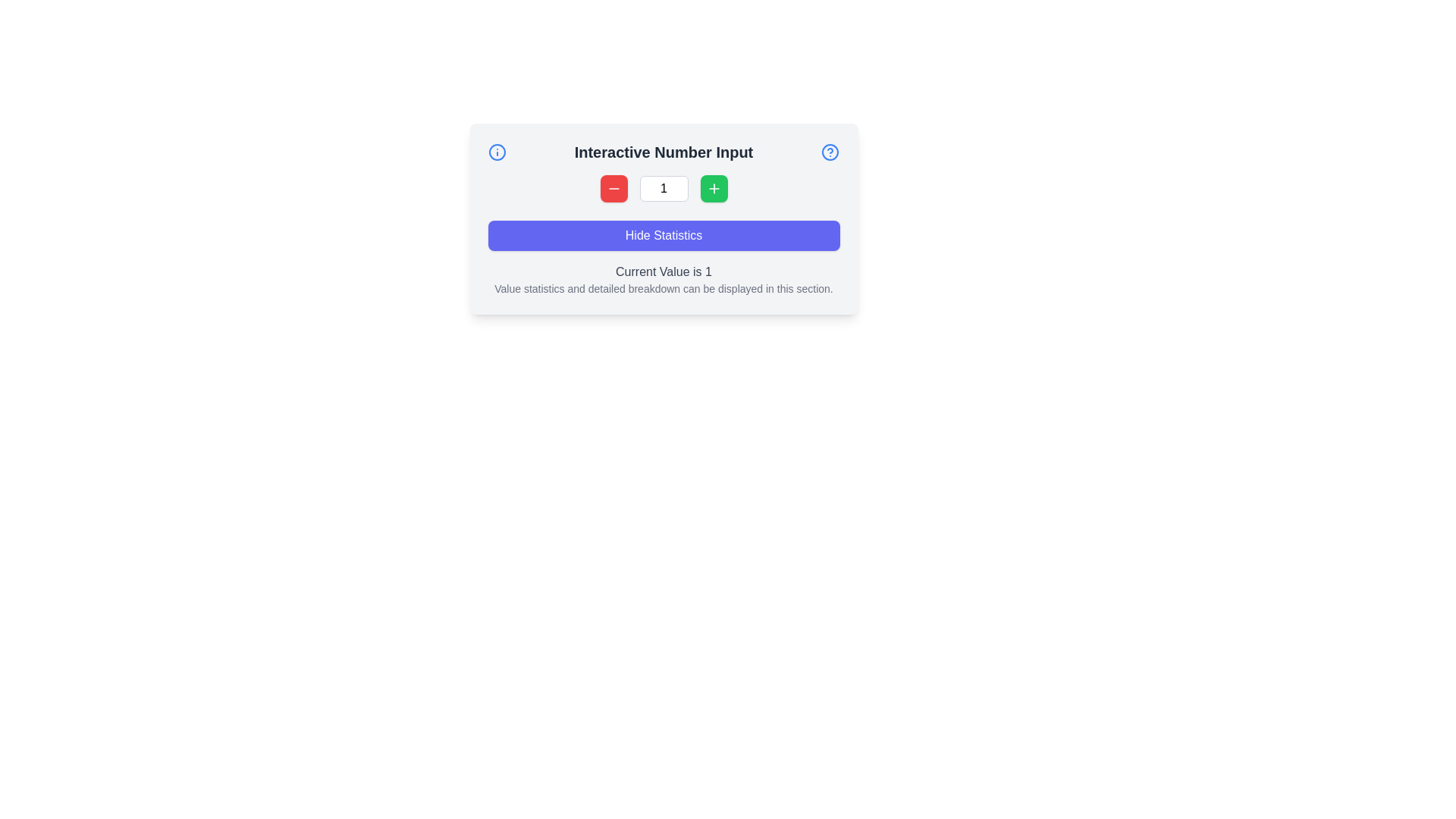 The image size is (1456, 819). I want to click on the bold numeral '1' displayed in the Text Display that describes the current value, located at the end of the sentence 'Current Value is 1', so click(708, 271).